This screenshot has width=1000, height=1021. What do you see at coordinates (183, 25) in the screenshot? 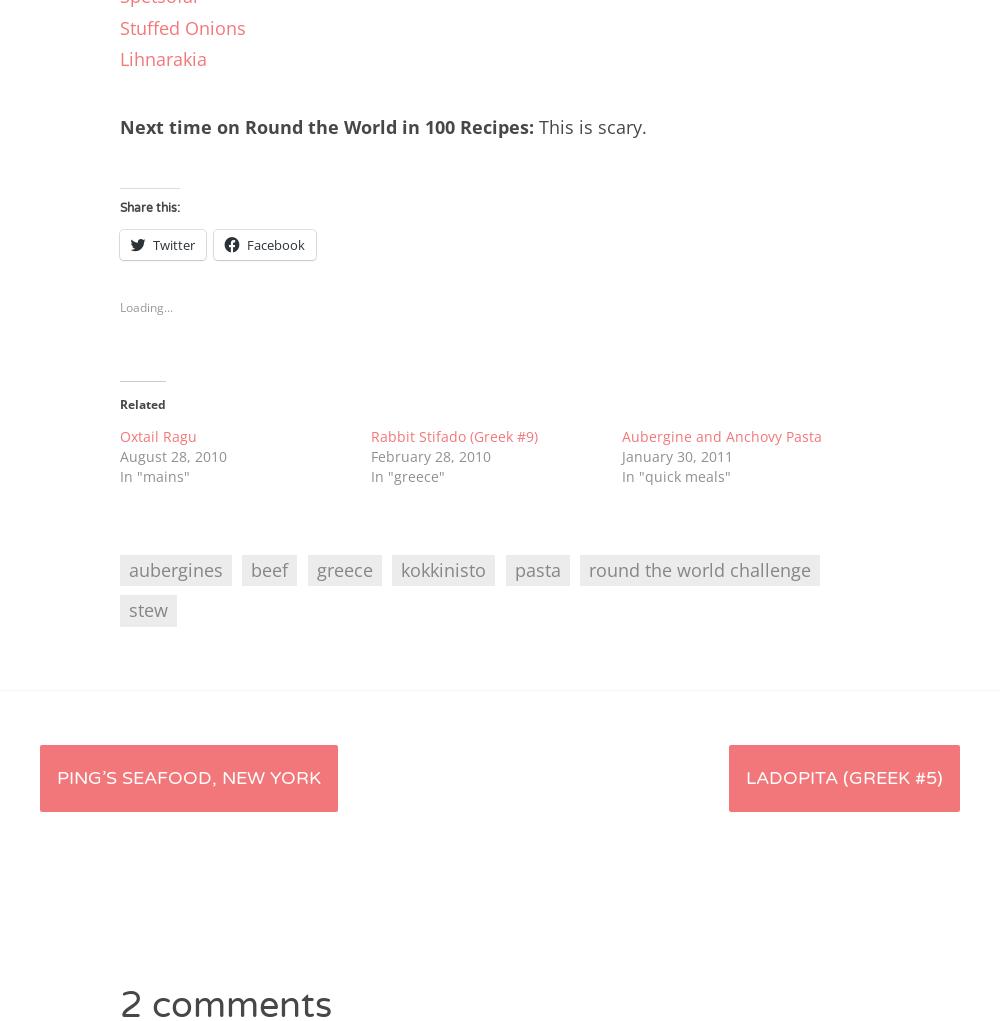
I see `'Stuffed Onions'` at bounding box center [183, 25].